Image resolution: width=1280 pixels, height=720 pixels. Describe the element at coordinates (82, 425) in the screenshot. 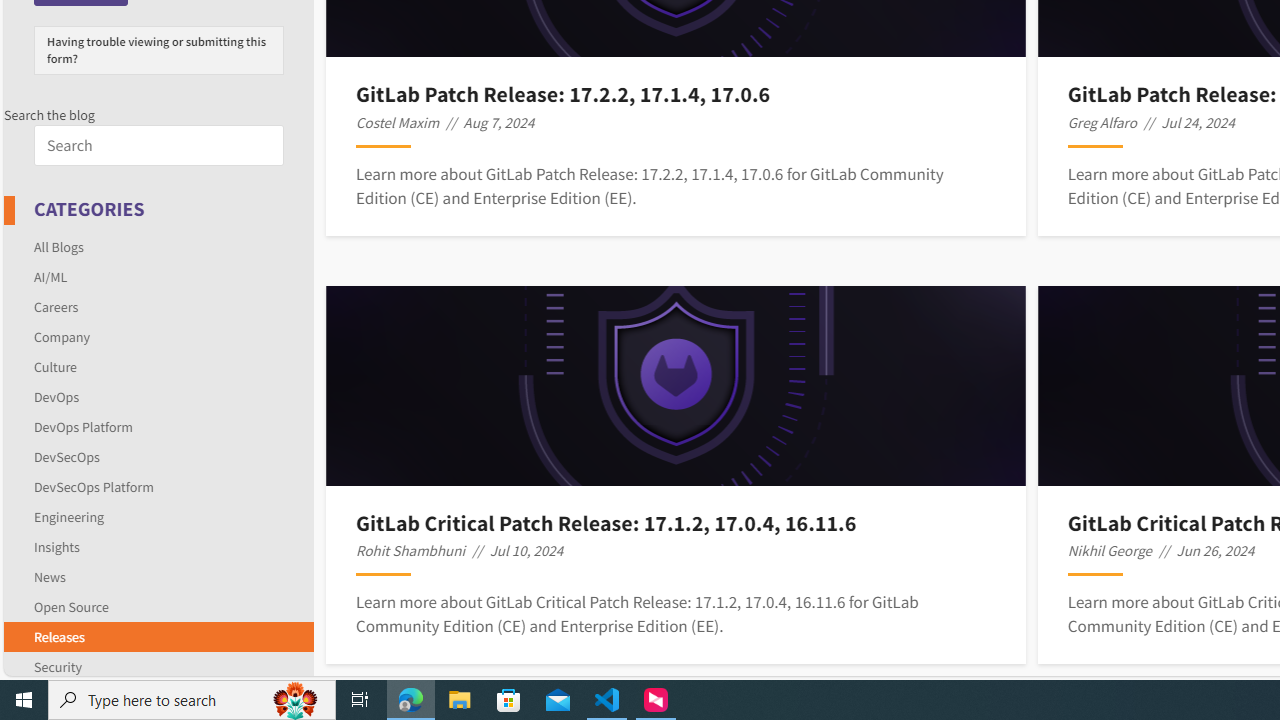

I see `'DevOps Platform'` at that location.